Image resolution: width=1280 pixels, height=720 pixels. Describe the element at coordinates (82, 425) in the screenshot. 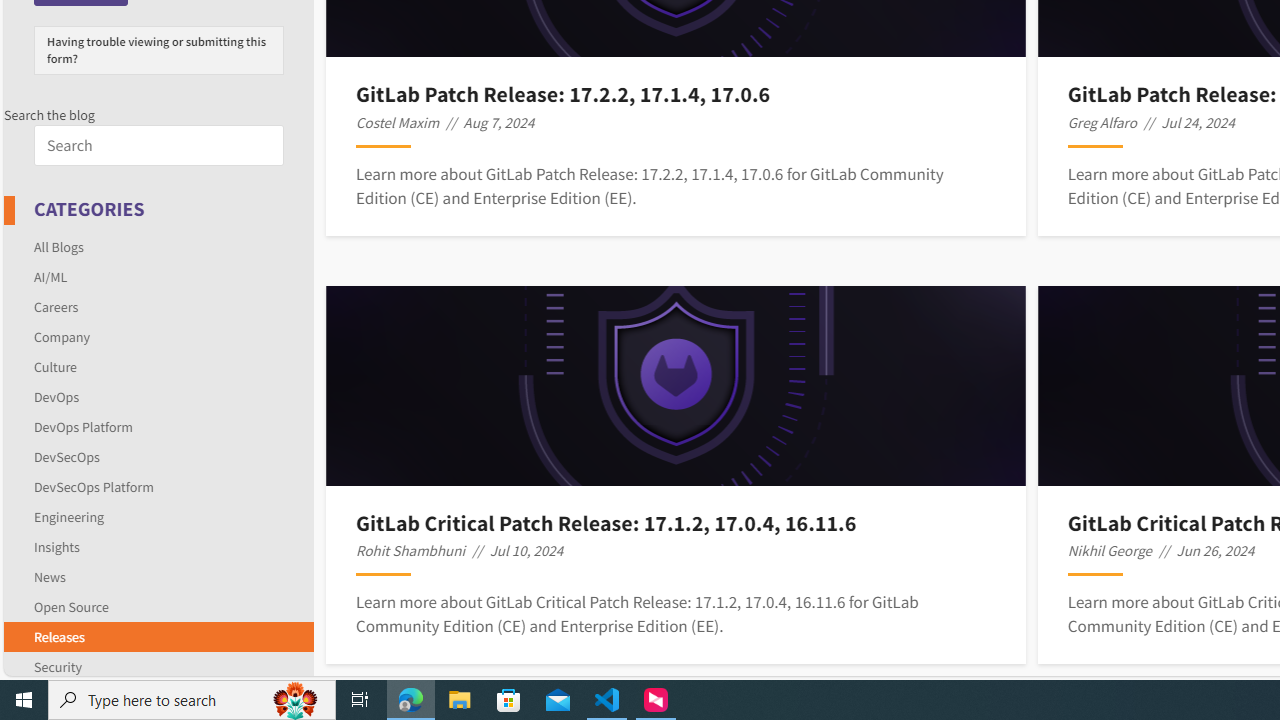

I see `'DevOps Platform'` at that location.